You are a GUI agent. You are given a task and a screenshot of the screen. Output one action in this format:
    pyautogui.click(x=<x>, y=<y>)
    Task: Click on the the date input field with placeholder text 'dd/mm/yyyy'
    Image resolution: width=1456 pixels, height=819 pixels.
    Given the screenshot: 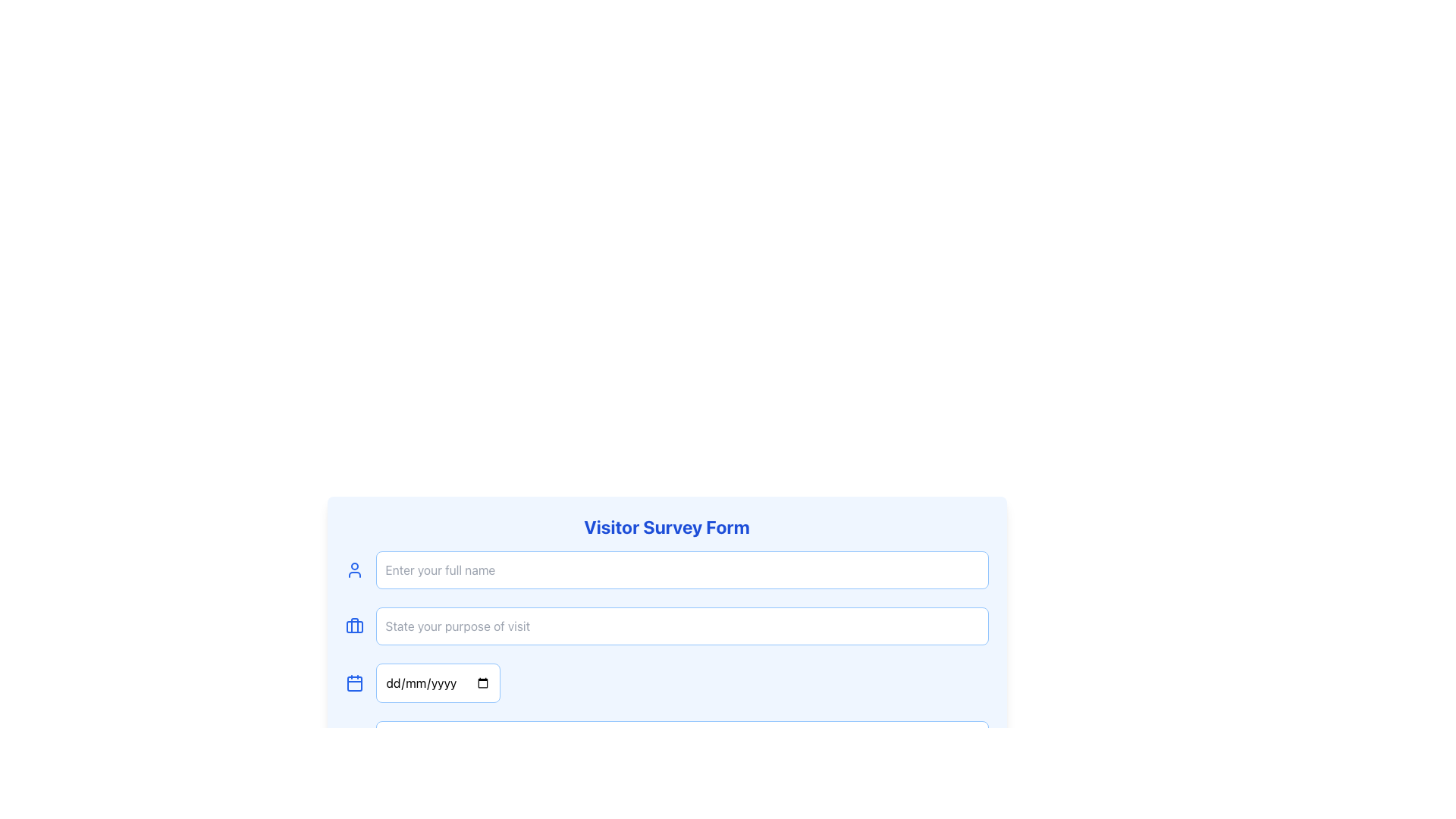 What is the action you would take?
    pyautogui.click(x=437, y=683)
    